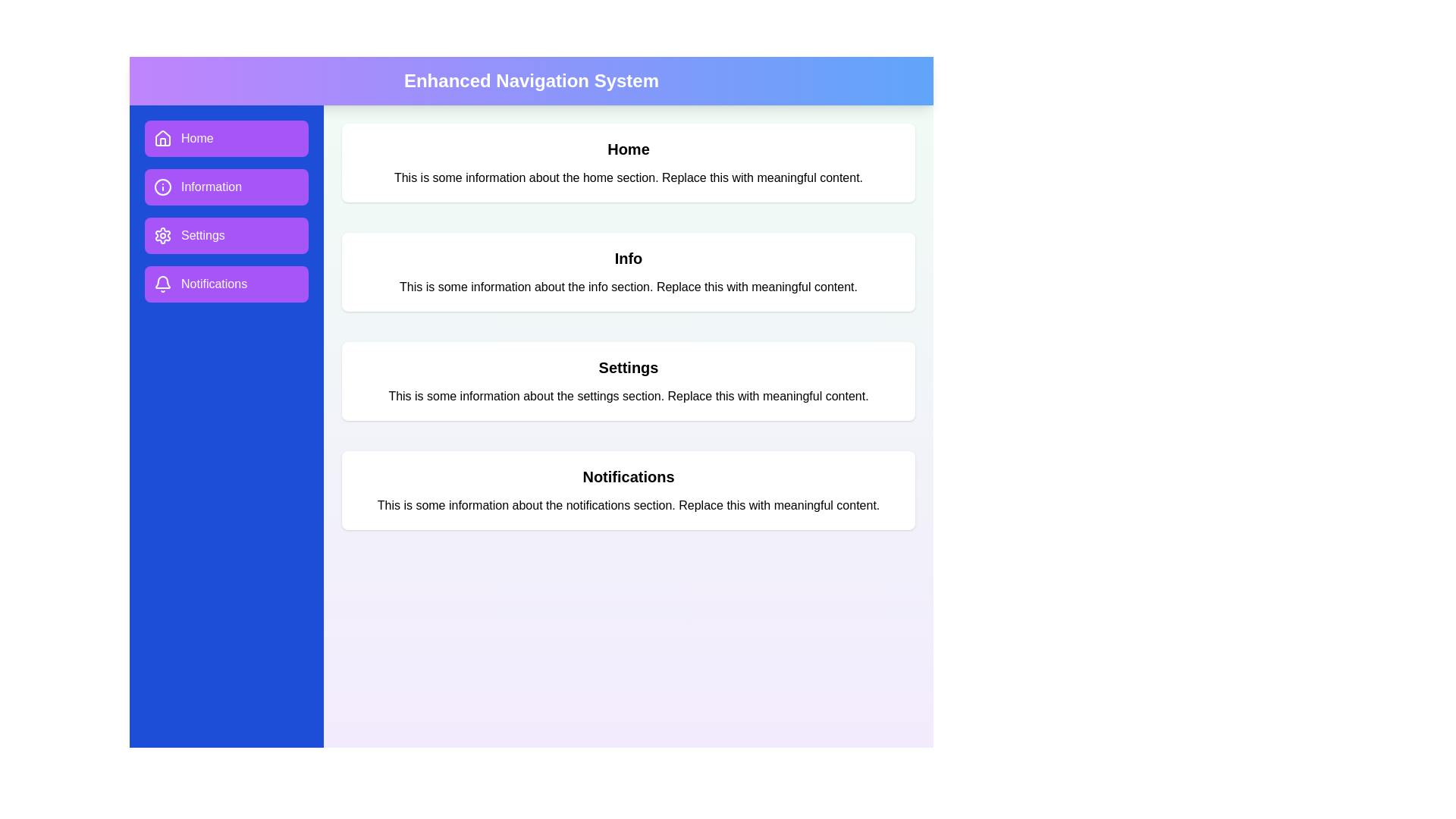 This screenshot has height=819, width=1456. Describe the element at coordinates (629, 396) in the screenshot. I see `the descriptive Text element located directly below the 'Settings' title in the 'Settings' section of the interface` at that location.